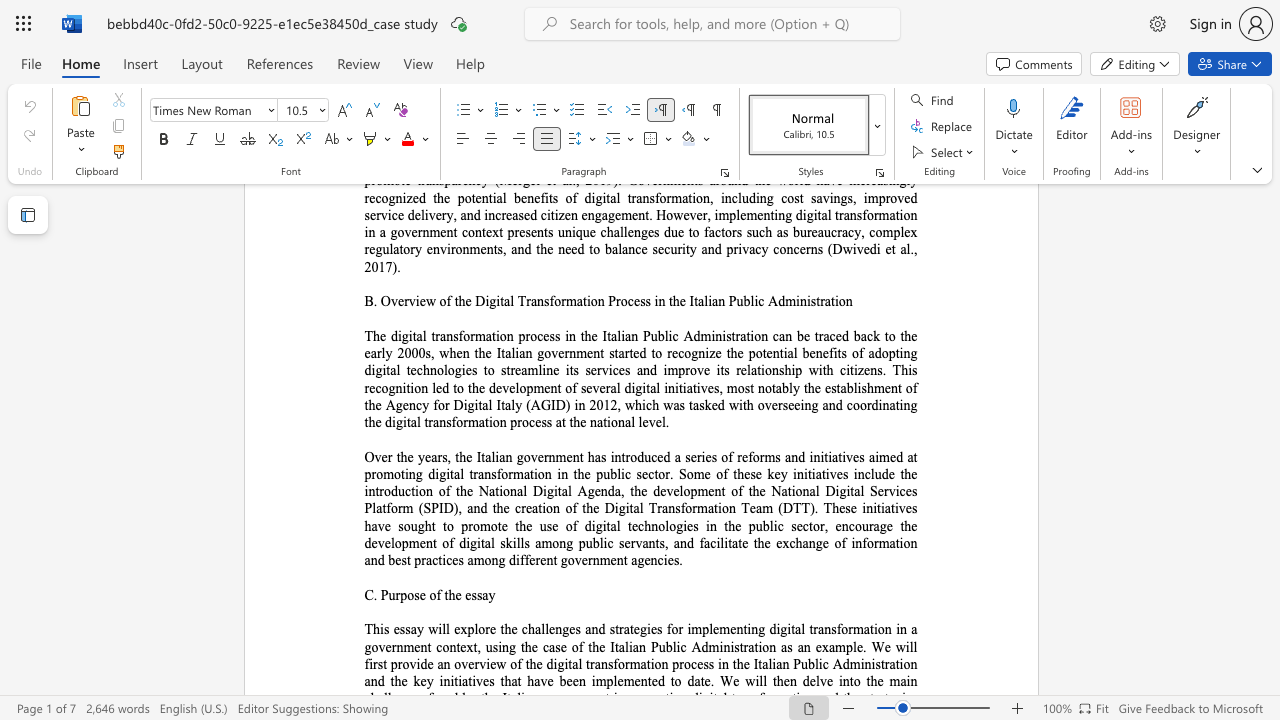  Describe the element at coordinates (375, 594) in the screenshot. I see `the 1th character "." in the text` at that location.